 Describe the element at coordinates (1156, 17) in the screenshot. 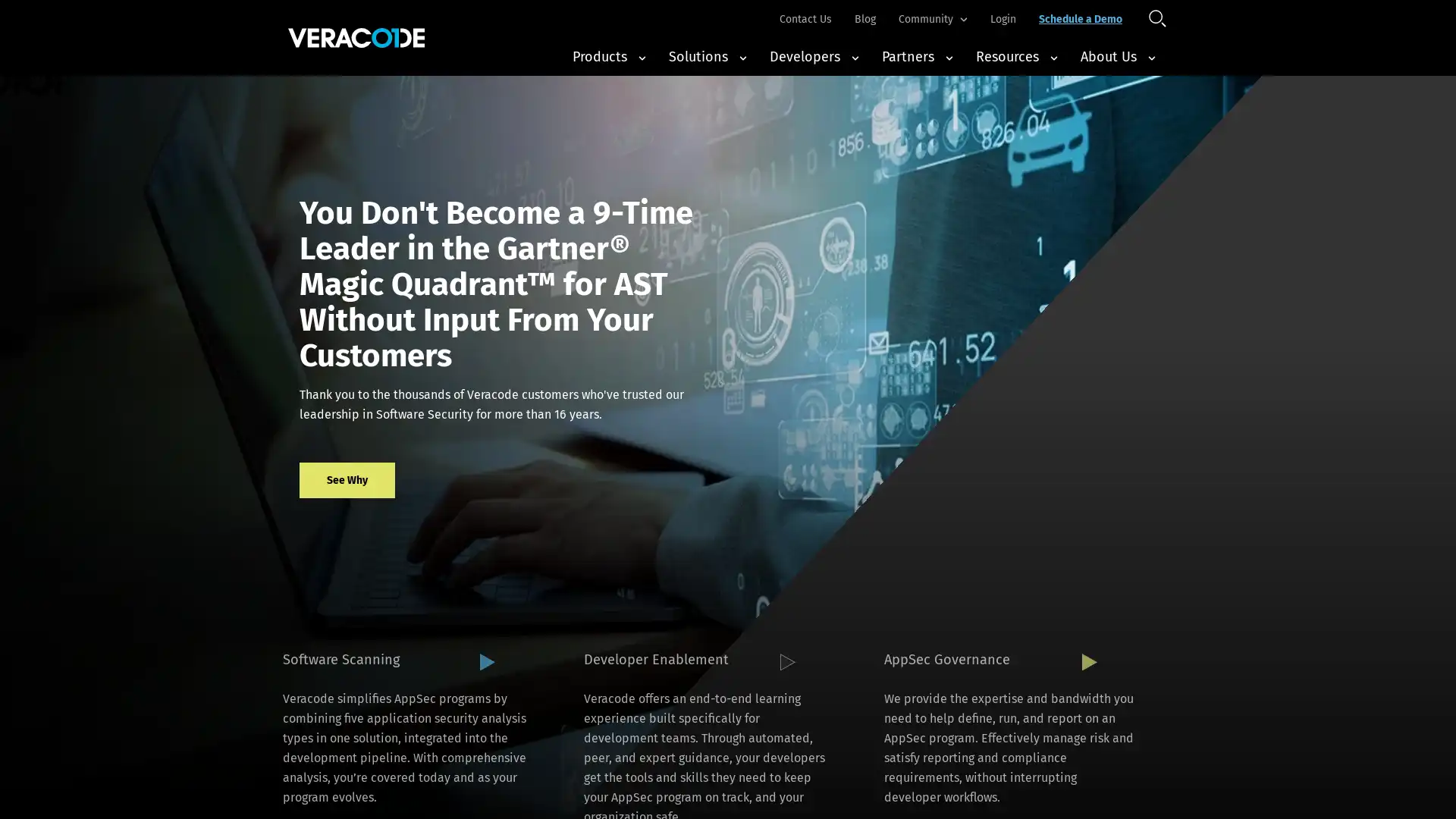

I see `Open Search` at that location.